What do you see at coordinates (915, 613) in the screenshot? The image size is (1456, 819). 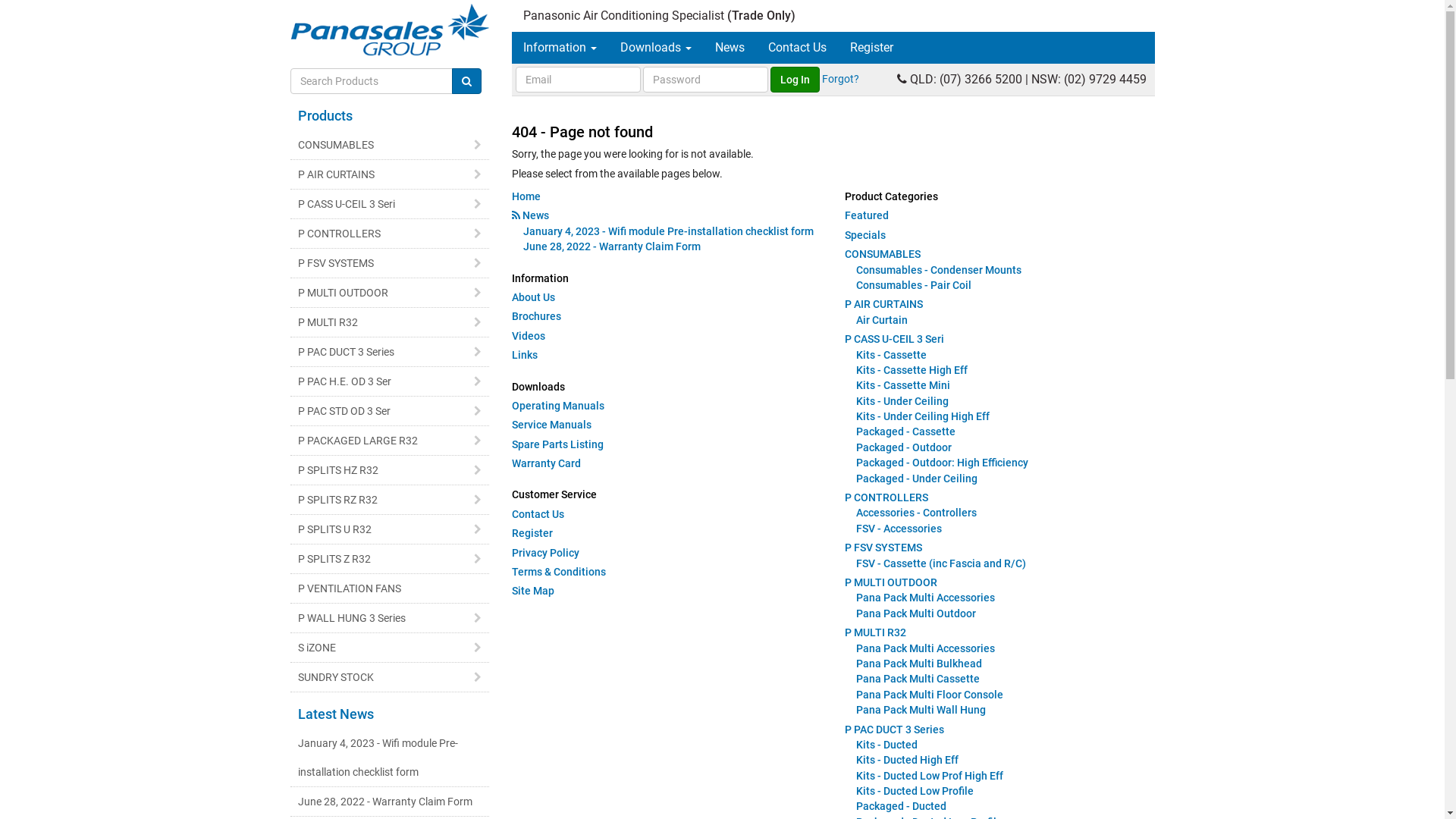 I see `'Pana Pack Multi Outdoor'` at bounding box center [915, 613].